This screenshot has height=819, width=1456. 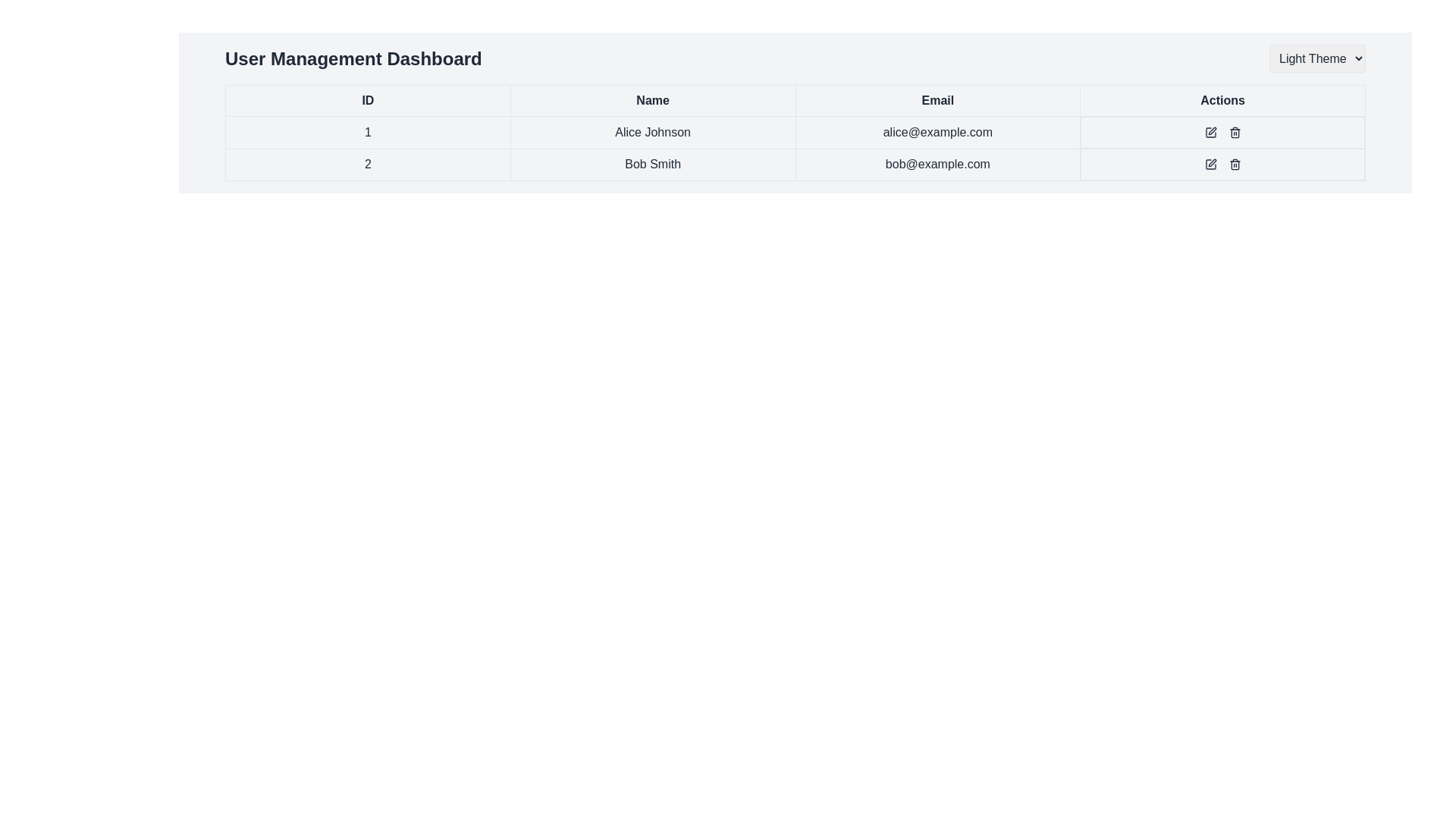 I want to click on the text 'bob@example.com' within the Text element located in the third cell of the second row of the table, under the 'Email' column header, so click(x=795, y=149).